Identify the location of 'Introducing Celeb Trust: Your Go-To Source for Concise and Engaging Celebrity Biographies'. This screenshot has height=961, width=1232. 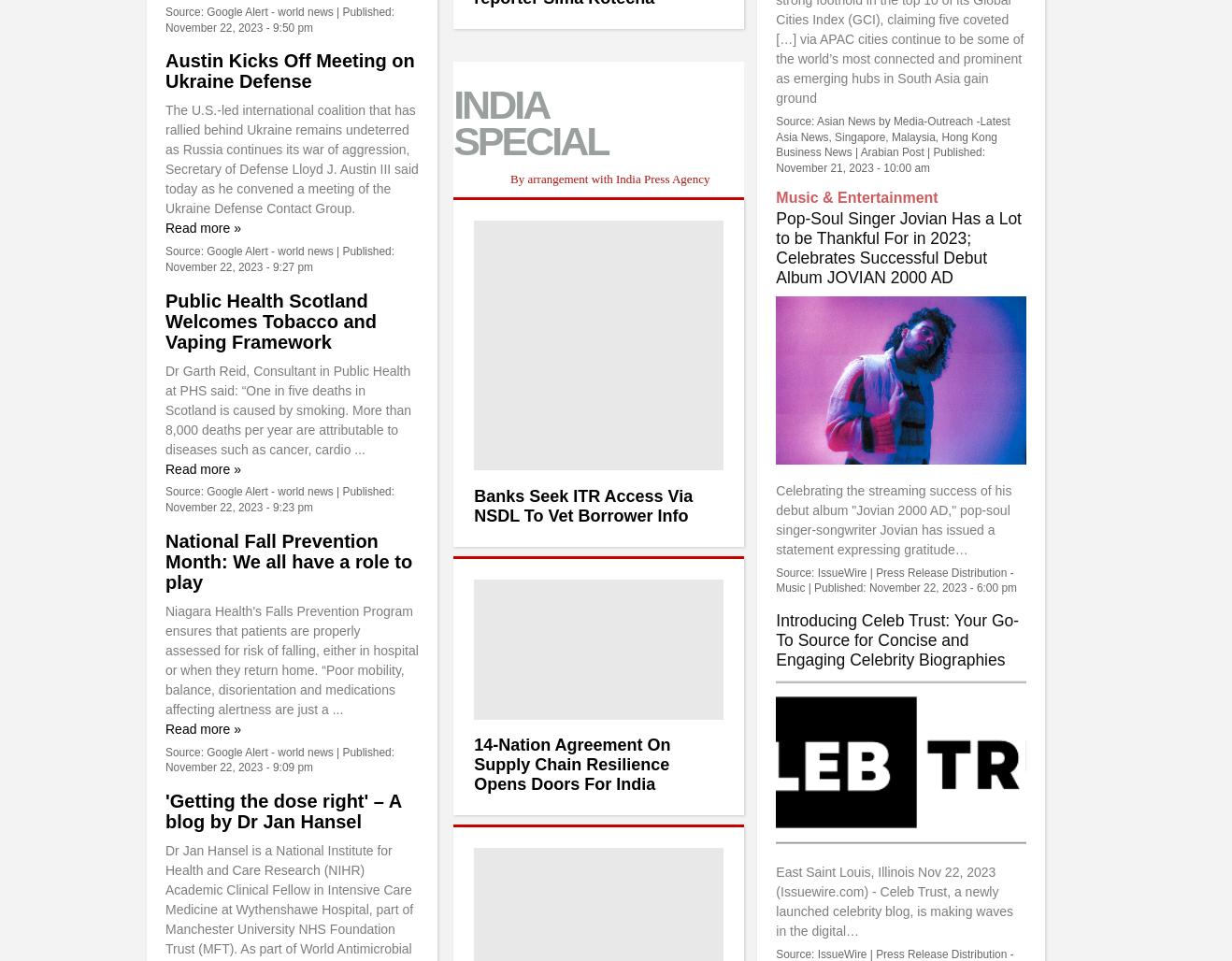
(896, 639).